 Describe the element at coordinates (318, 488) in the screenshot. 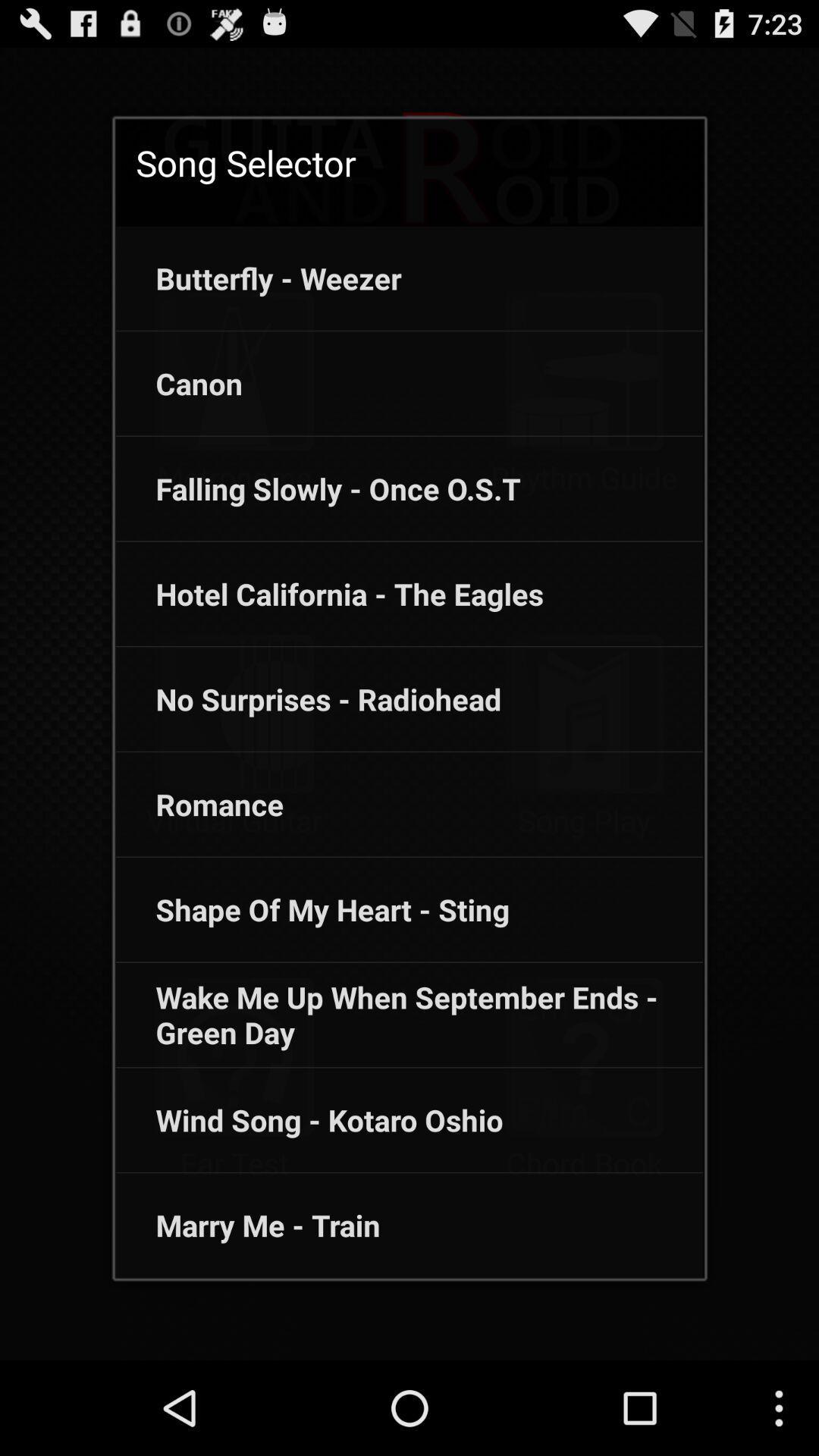

I see `app above hotel california the icon` at that location.